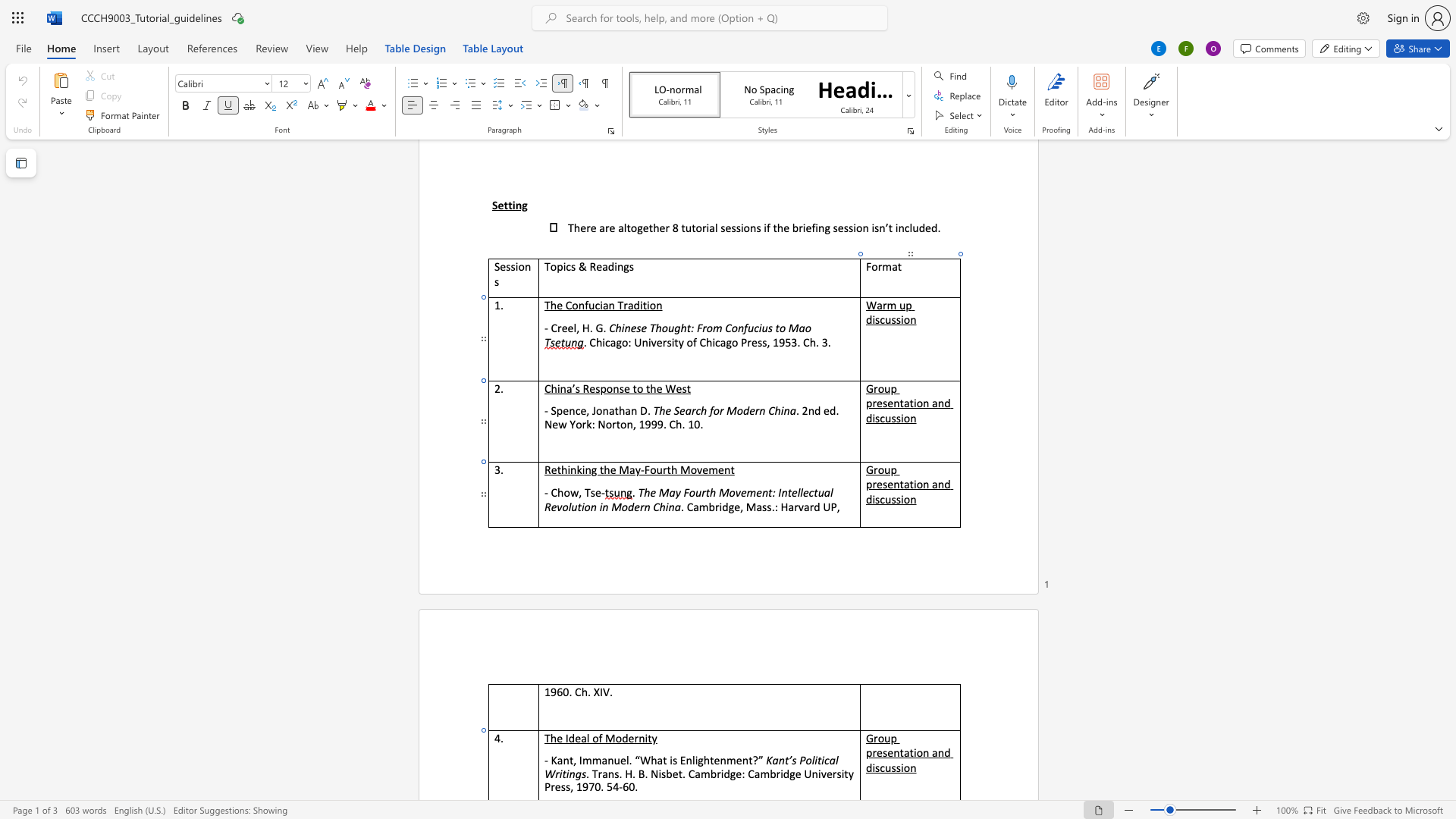 This screenshot has height=819, width=1456. Describe the element at coordinates (580, 737) in the screenshot. I see `the space between the continuous character "e" and "a" in the text` at that location.